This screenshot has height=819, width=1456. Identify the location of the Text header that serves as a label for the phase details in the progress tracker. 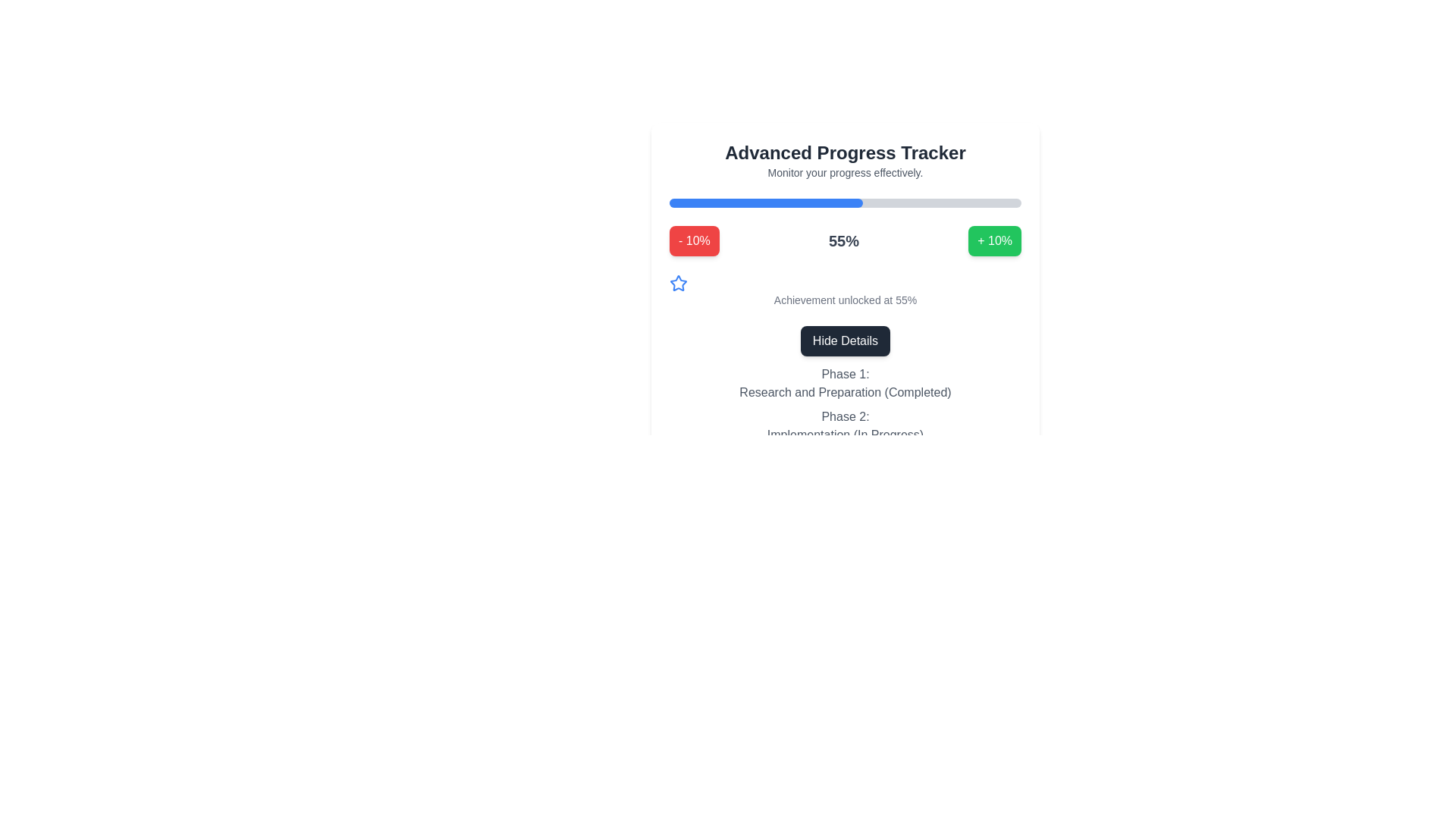
(844, 374).